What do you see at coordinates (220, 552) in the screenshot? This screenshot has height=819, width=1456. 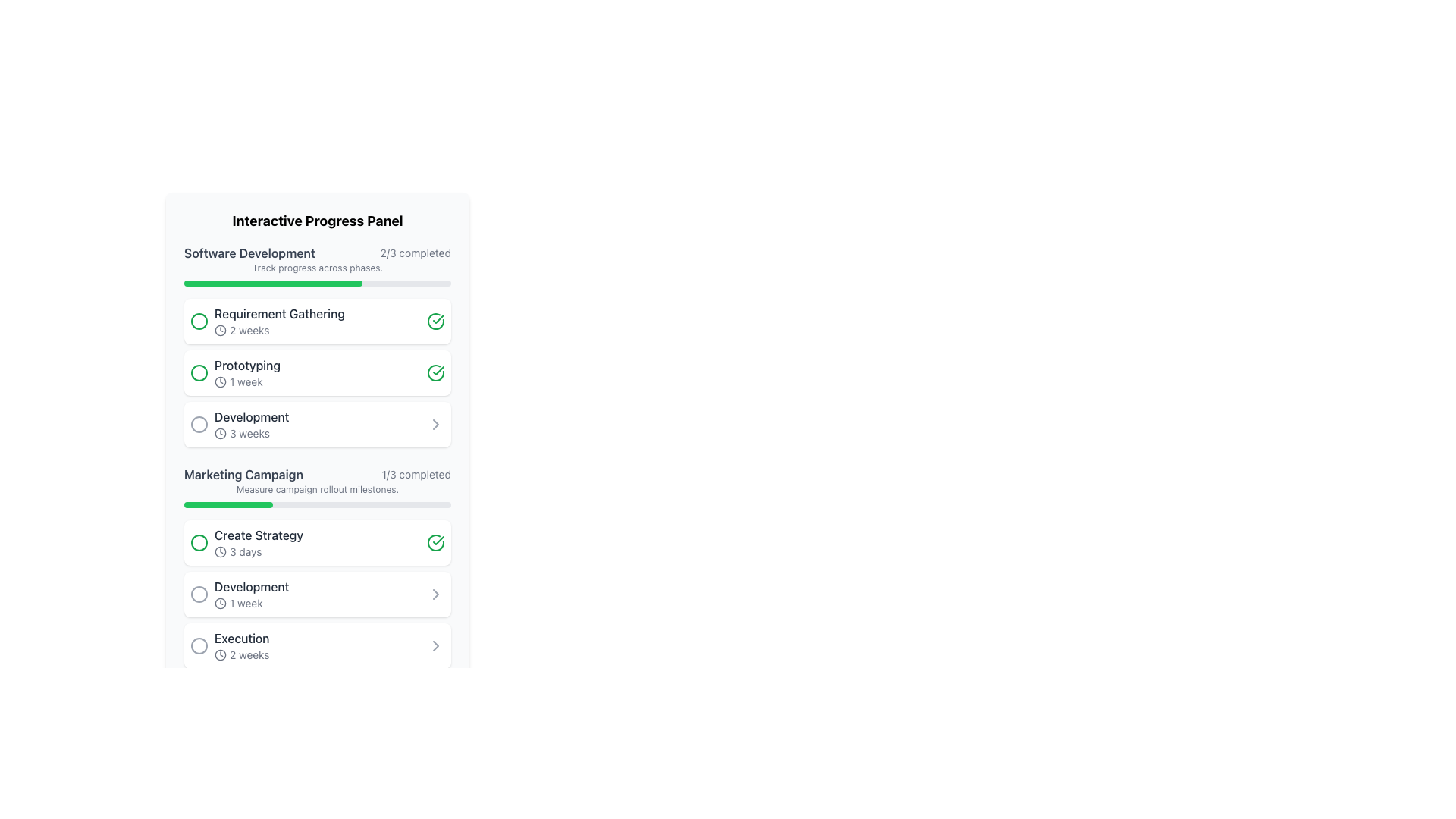 I see `the SVG Circle that visually represents the clock icon next to the 'Create Strategy' task in the 'Marketing Campaign' section` at bounding box center [220, 552].